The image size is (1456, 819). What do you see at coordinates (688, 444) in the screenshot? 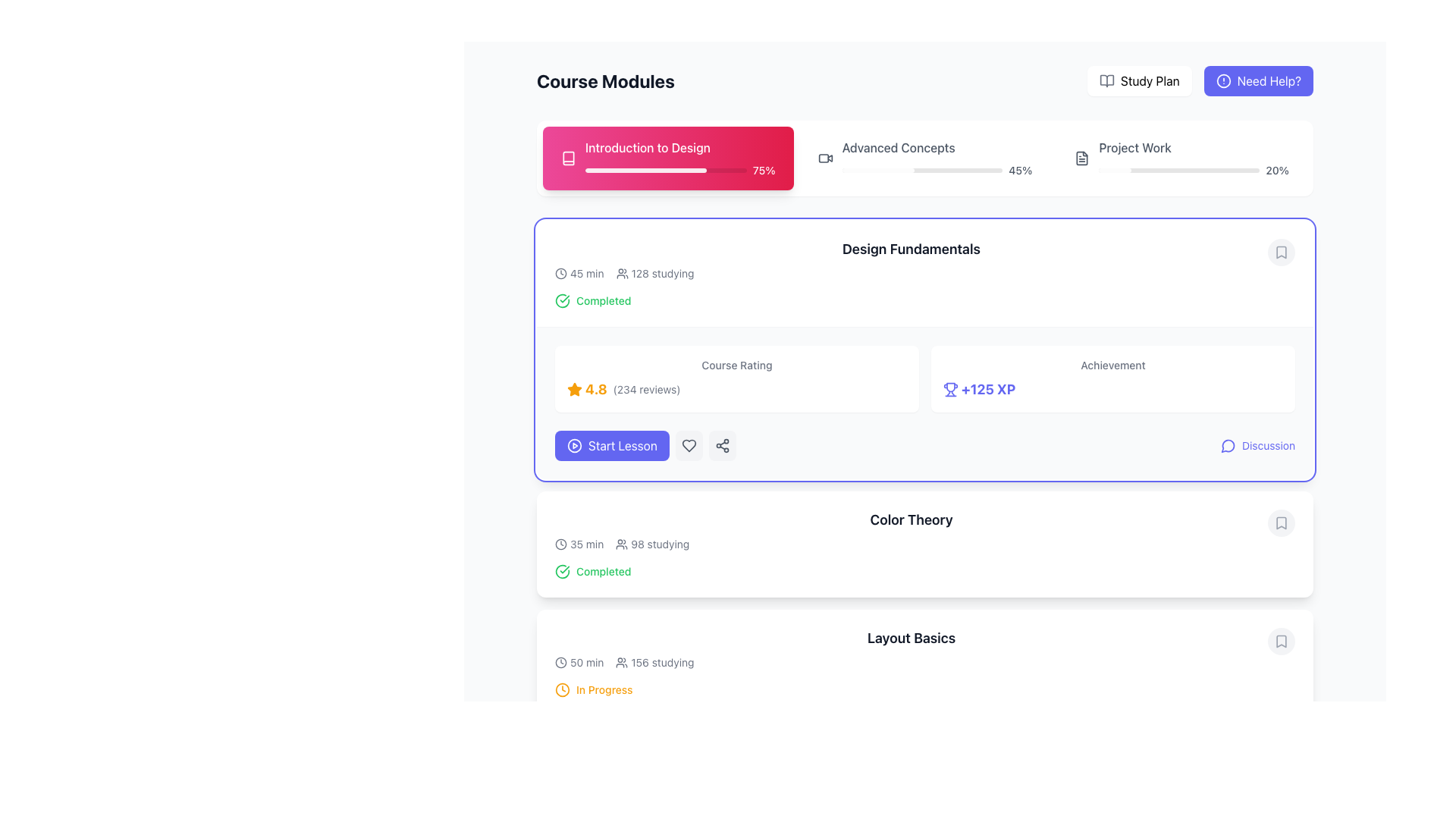
I see `the heart icon located at the top-right of the 'Design Fundamentals' module card` at bounding box center [688, 444].